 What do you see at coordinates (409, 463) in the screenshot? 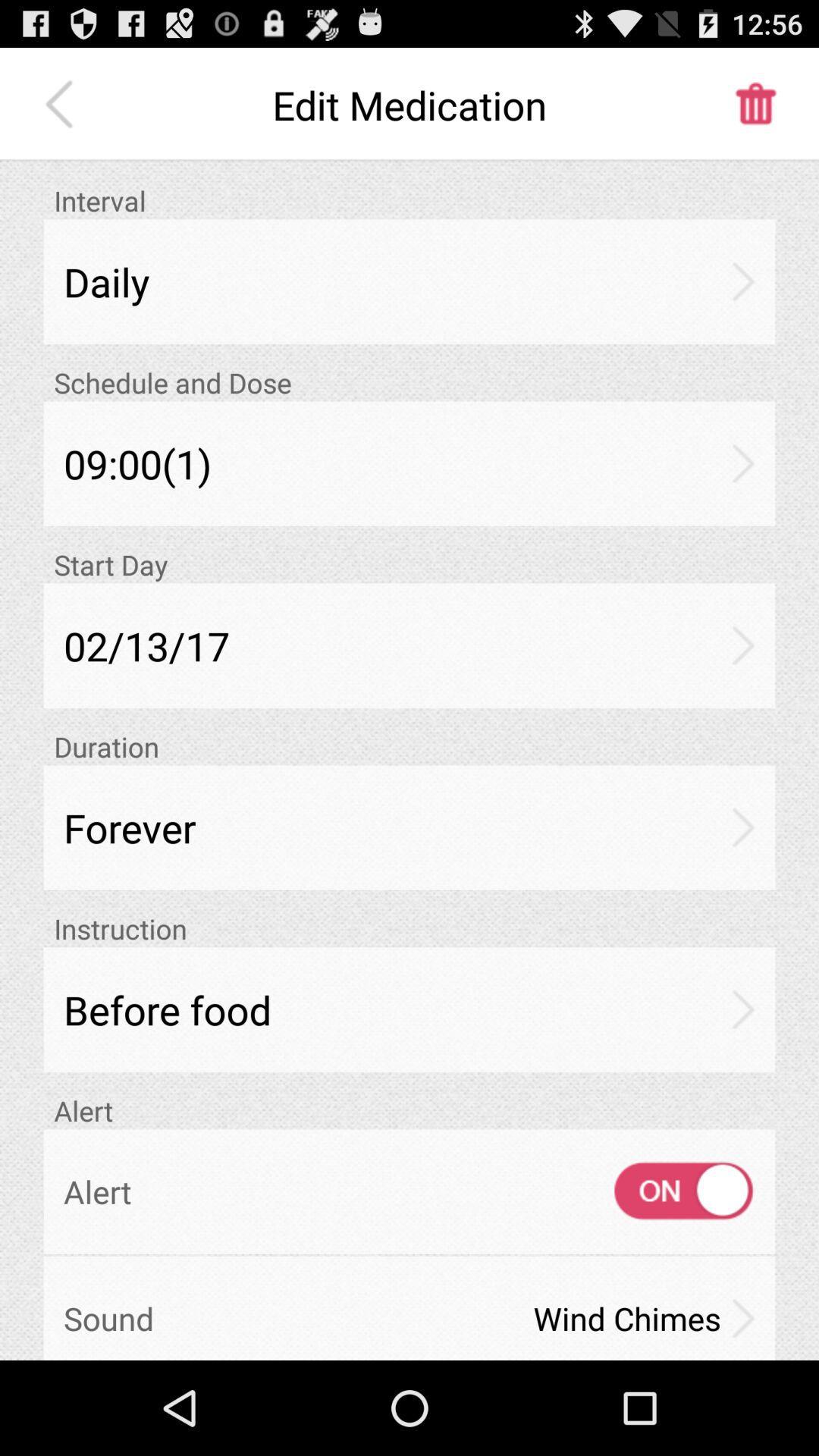
I see `09:00(1)` at bounding box center [409, 463].